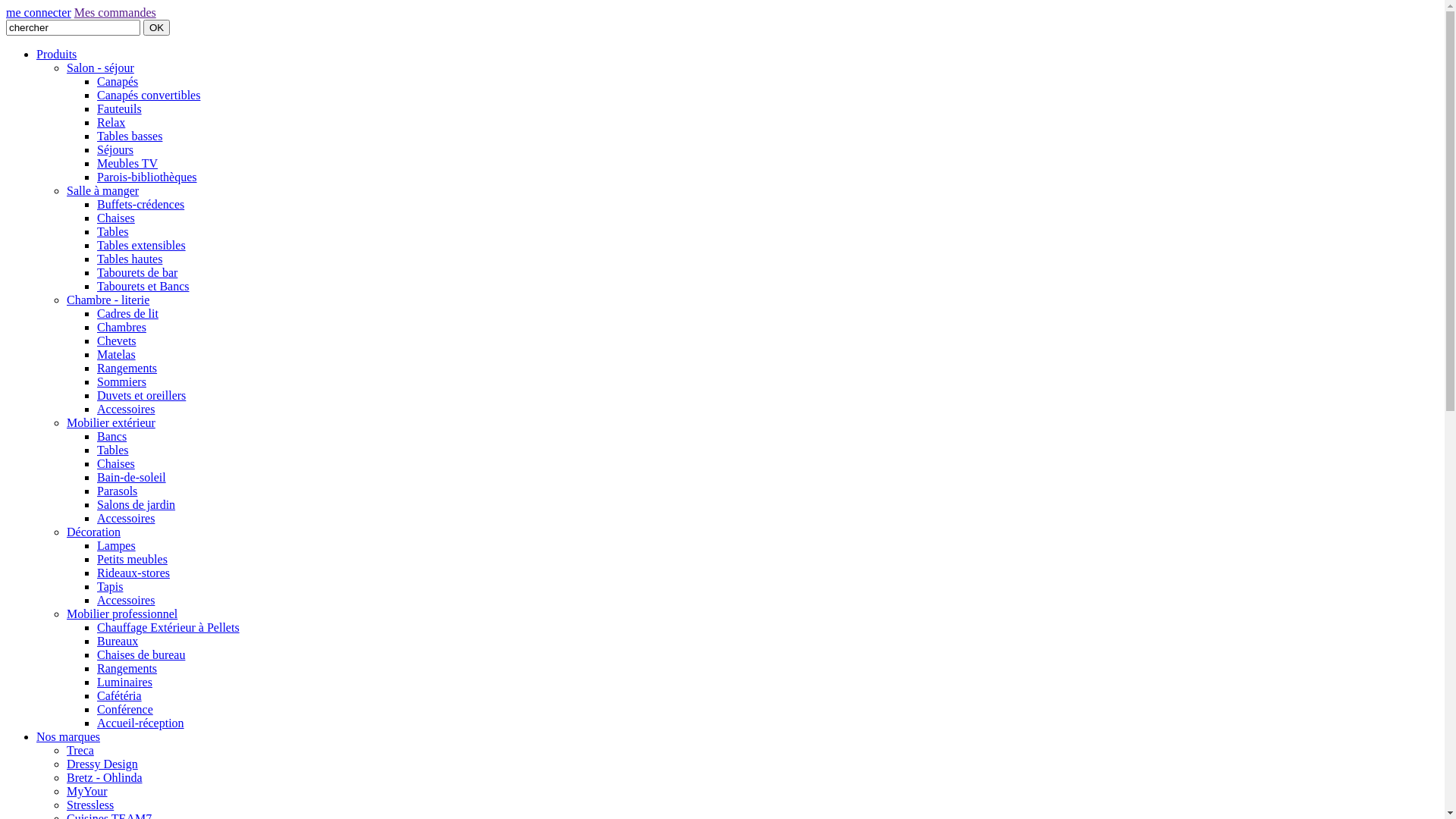 This screenshot has width=1456, height=819. Describe the element at coordinates (116, 491) in the screenshot. I see `'Parasols'` at that location.